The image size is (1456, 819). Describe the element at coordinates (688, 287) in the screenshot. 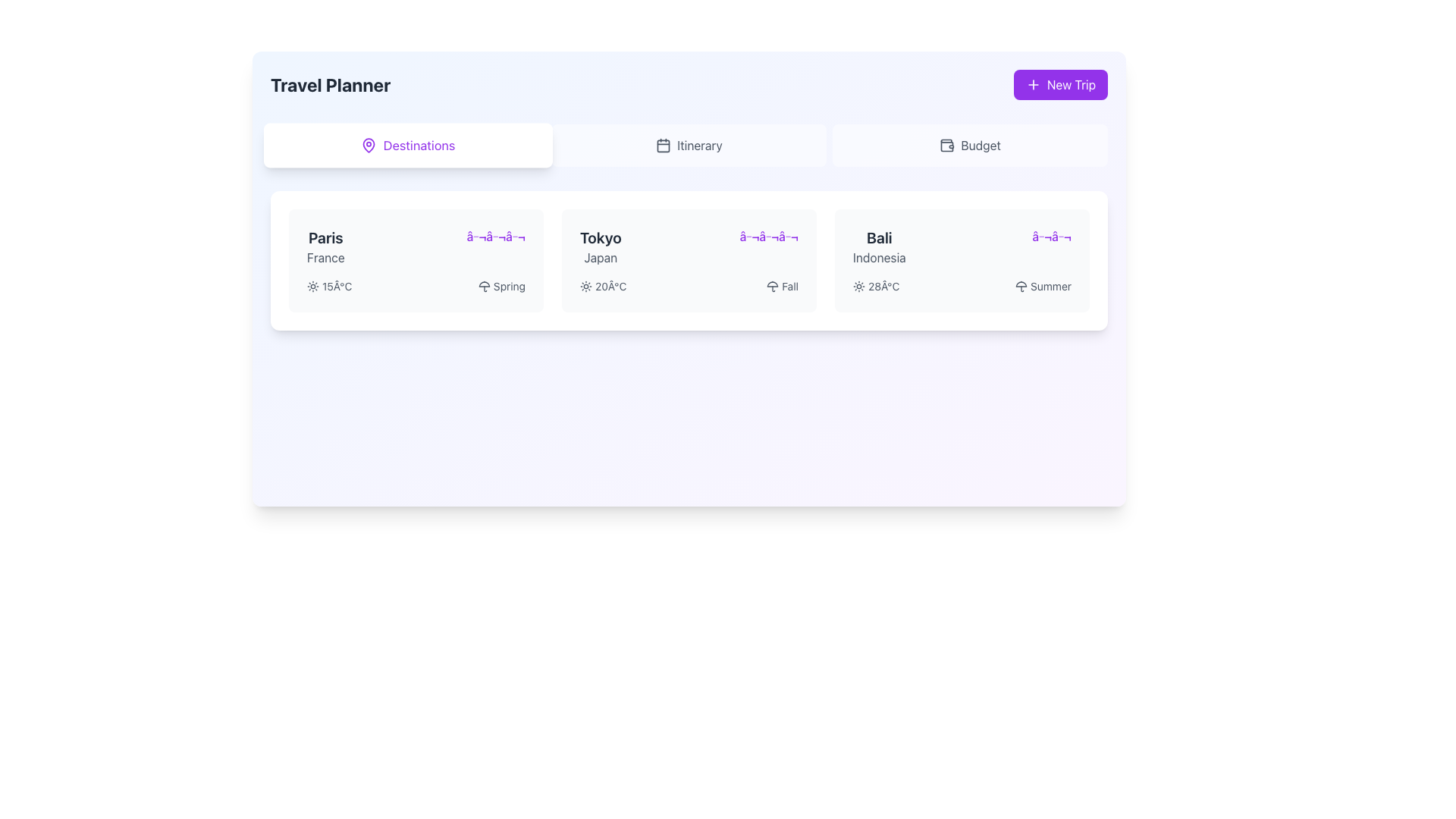

I see `the weather details element for Tokyo, which includes temperature and seasonal information, located at the bottom row of the Tokyo destination card` at that location.